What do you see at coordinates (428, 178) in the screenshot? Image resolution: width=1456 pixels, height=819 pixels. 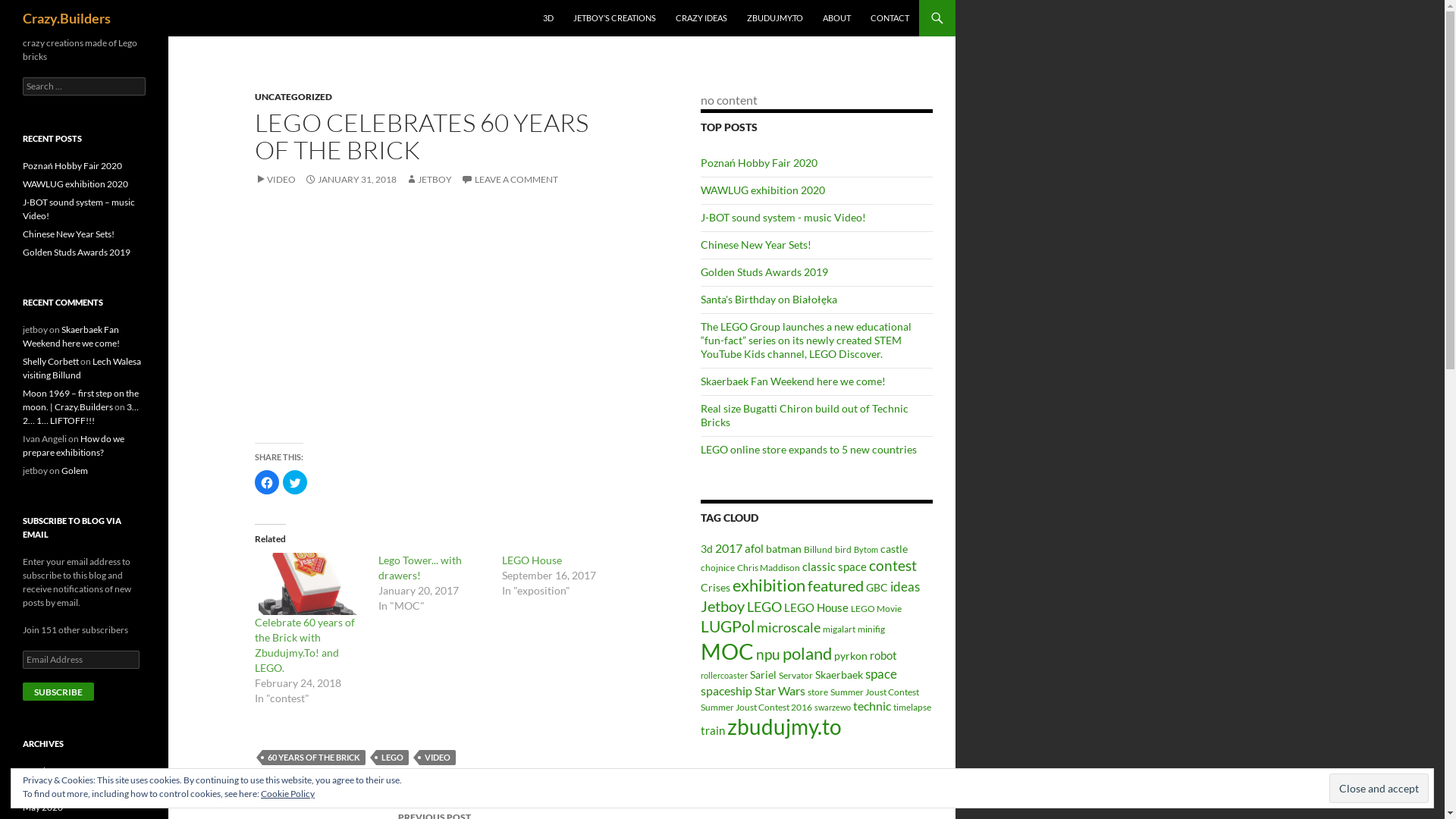 I see `'JETBOY'` at bounding box center [428, 178].